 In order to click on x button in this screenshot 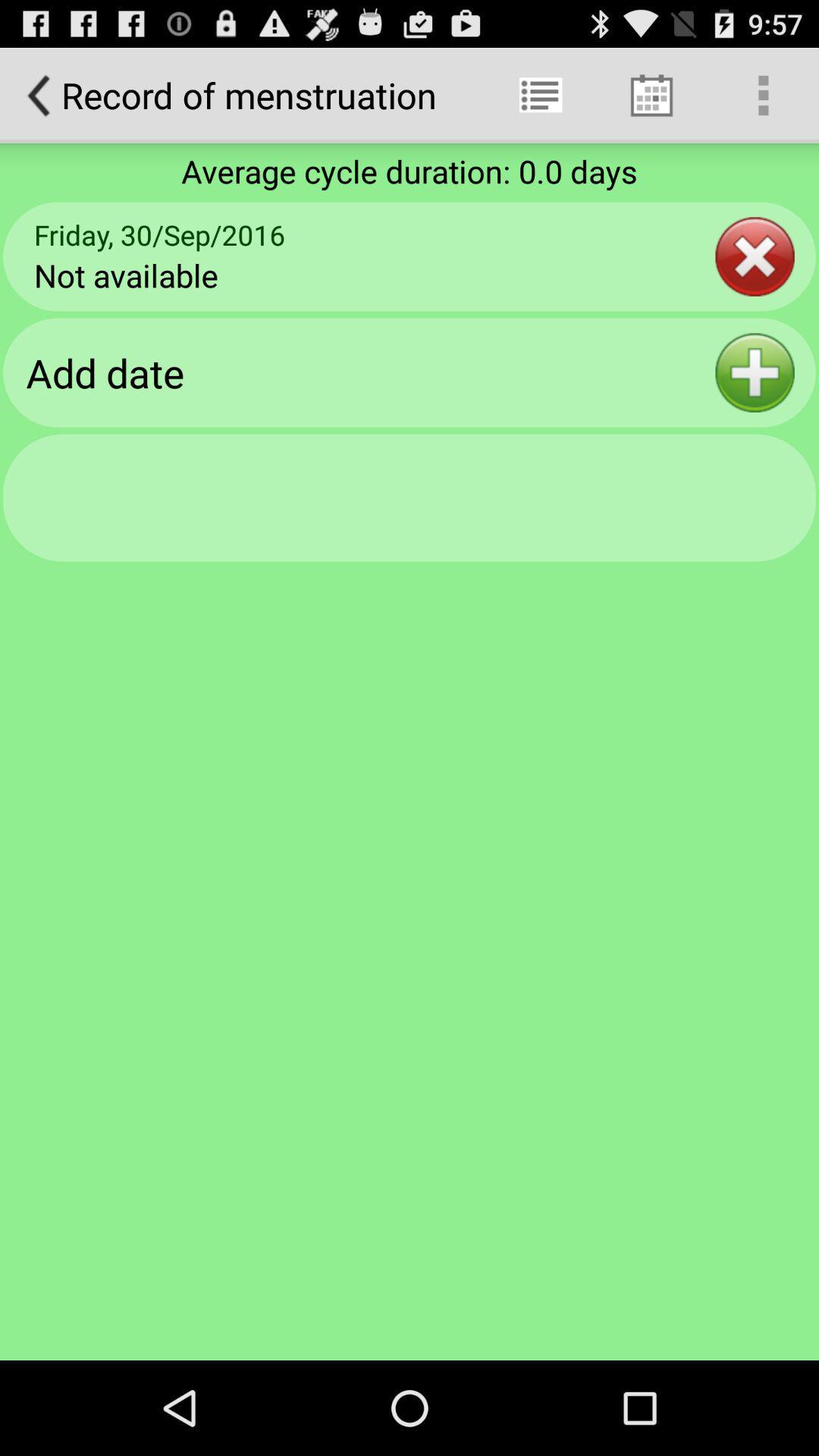, I will do `click(755, 256)`.